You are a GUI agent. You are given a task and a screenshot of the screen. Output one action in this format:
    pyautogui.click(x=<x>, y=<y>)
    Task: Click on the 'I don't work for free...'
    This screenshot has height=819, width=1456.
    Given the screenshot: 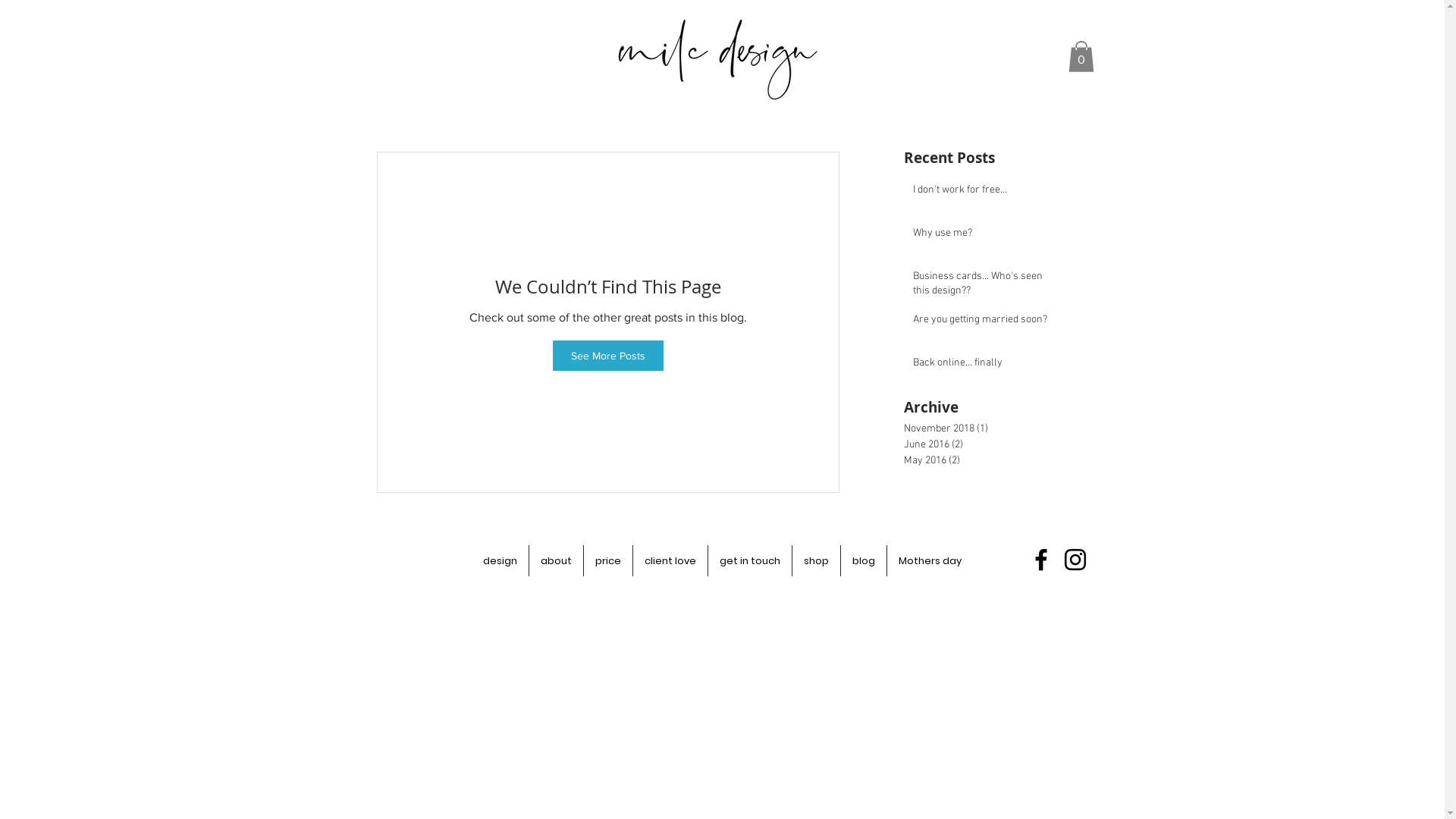 What is the action you would take?
    pyautogui.click(x=982, y=192)
    